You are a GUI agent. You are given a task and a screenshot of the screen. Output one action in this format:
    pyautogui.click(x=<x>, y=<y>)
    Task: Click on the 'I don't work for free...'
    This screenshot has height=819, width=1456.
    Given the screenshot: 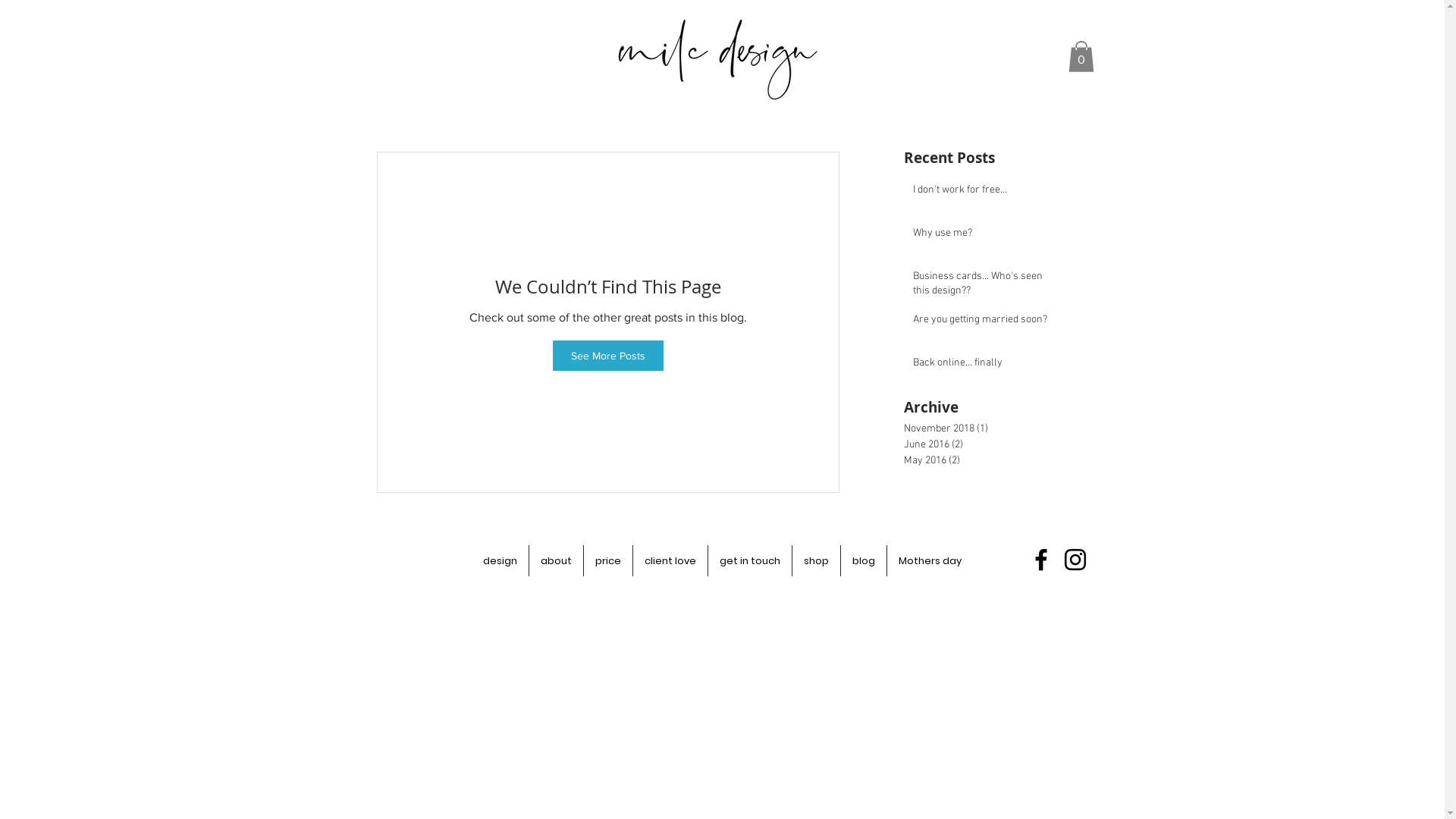 What is the action you would take?
    pyautogui.click(x=982, y=192)
    